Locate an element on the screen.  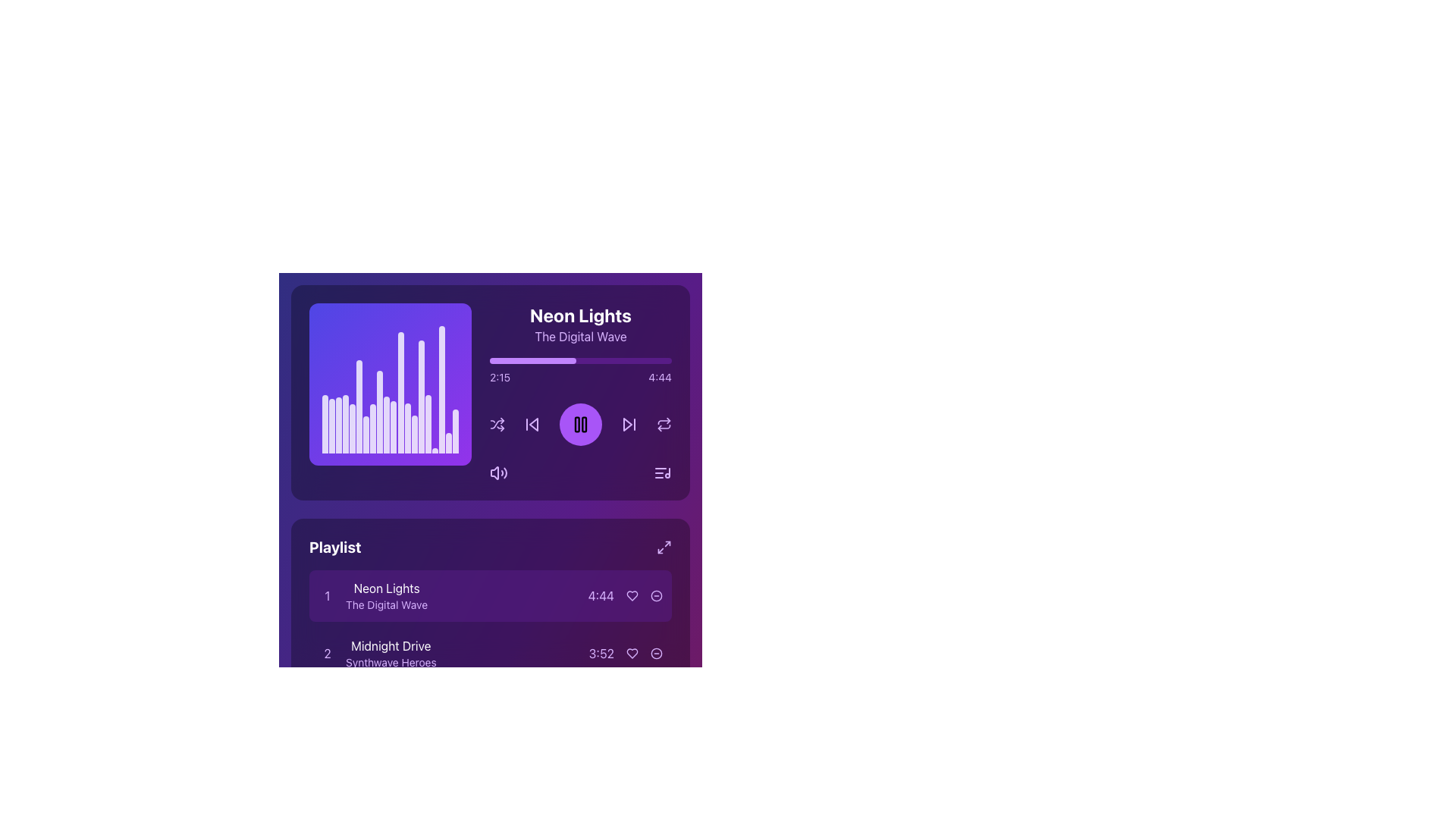
the small purple icon button resembling a diagonal arrow pointing outward in the 'Playlist' section to change its color is located at coordinates (664, 547).